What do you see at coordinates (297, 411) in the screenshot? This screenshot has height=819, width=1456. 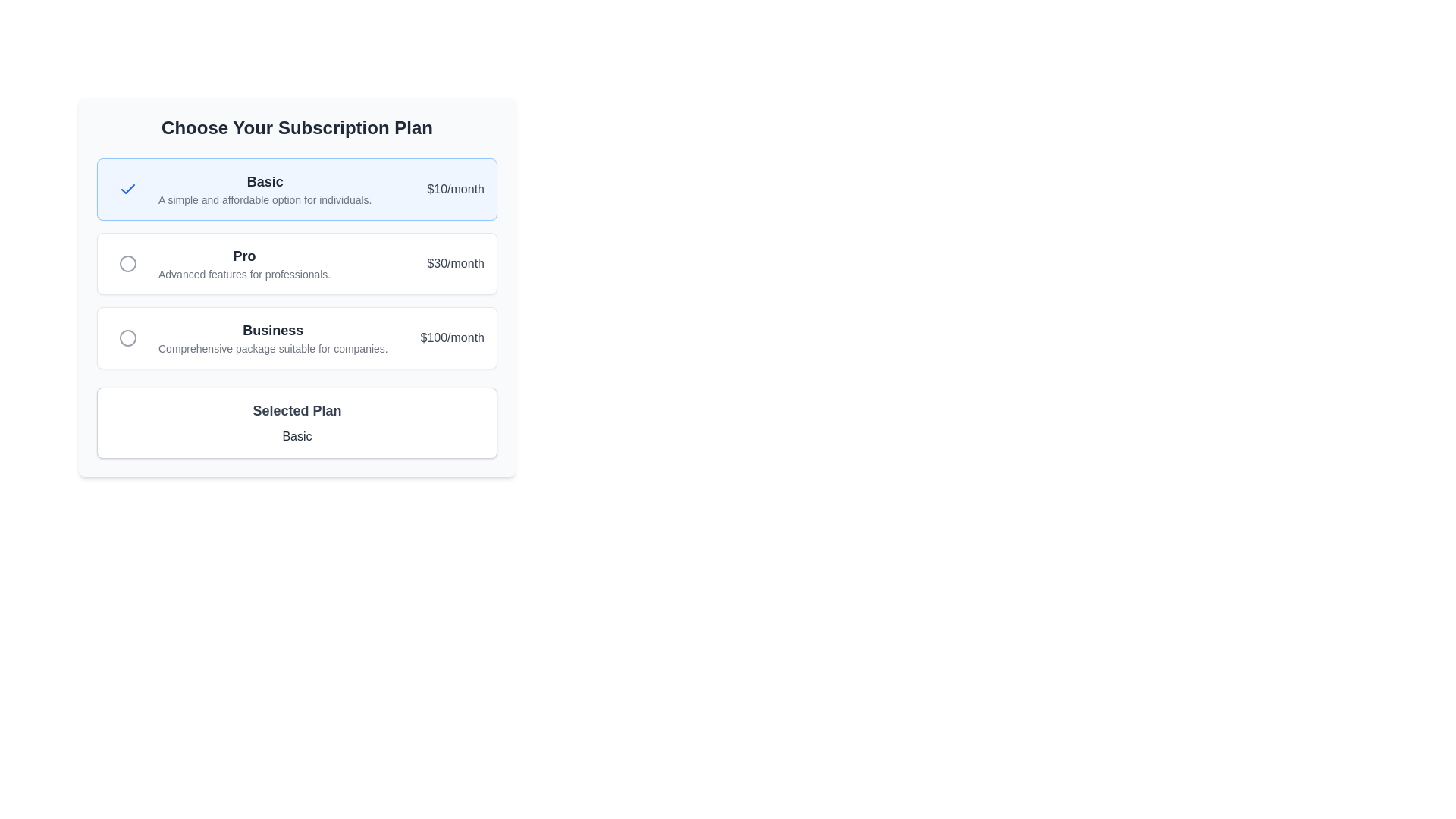 I see `the text label indicating the chosen subscription plan, located above the text 'Basic' within the box labeled 'Selected Plan Basic'` at bounding box center [297, 411].